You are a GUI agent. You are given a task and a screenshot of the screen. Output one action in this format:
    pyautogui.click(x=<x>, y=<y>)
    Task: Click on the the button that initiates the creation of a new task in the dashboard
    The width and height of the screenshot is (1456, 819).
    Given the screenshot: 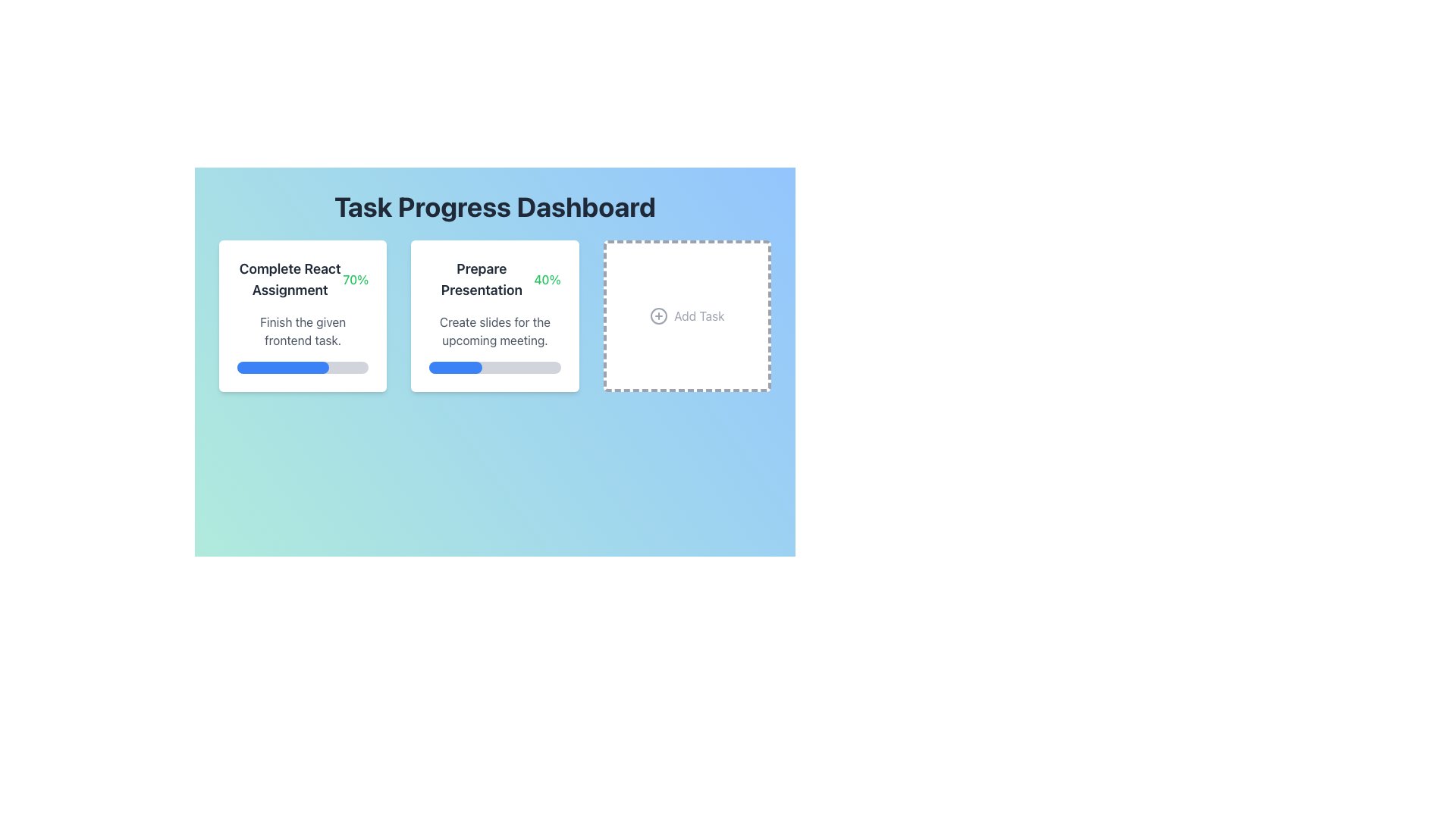 What is the action you would take?
    pyautogui.click(x=686, y=315)
    